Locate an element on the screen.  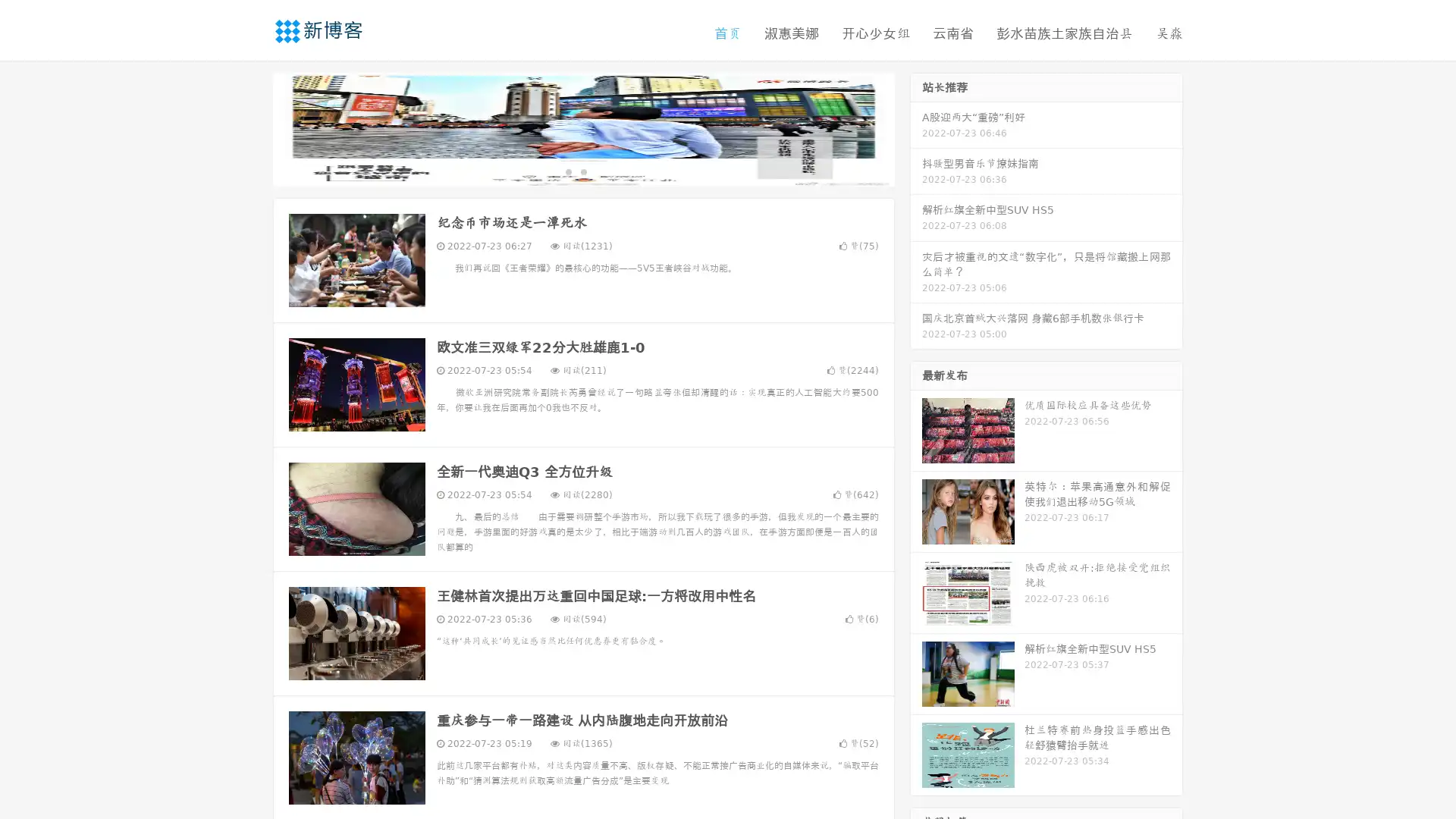
Go to slide 2 is located at coordinates (582, 171).